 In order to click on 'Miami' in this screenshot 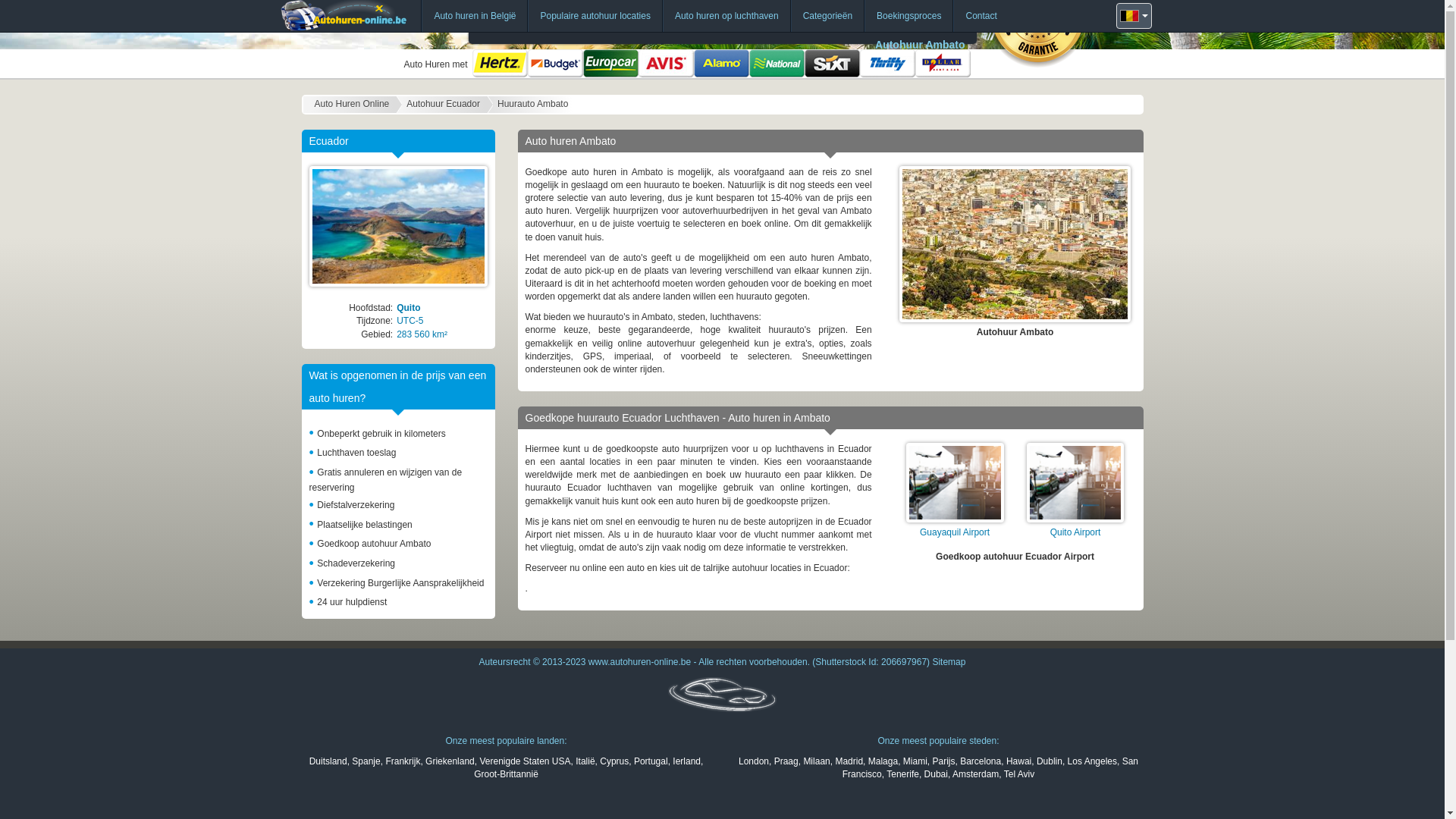, I will do `click(914, 761)`.